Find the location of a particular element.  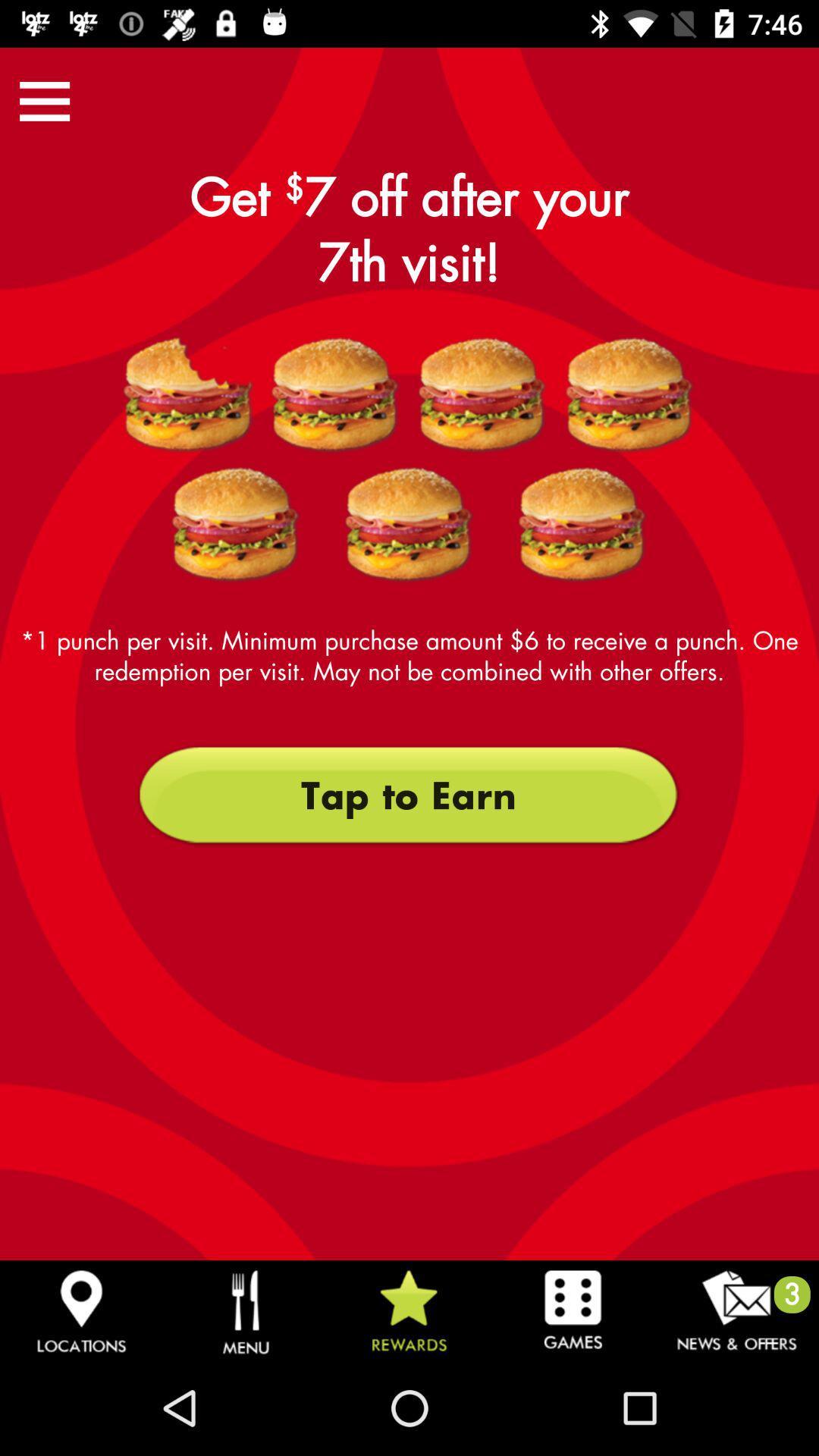

tap to earn item is located at coordinates (408, 795).